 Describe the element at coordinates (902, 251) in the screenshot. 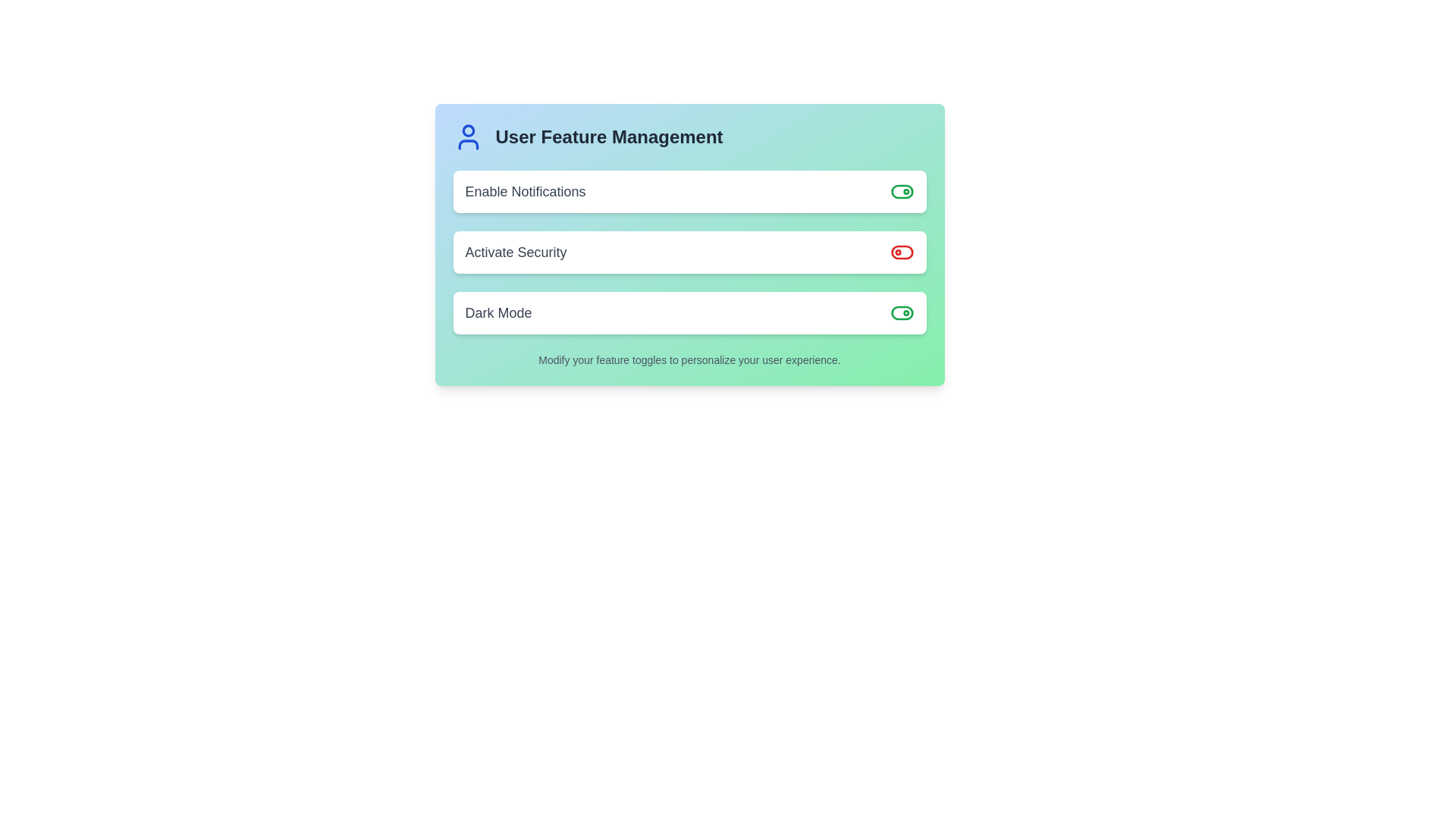

I see `the red toggle switch indicating 'Activate Security'` at that location.